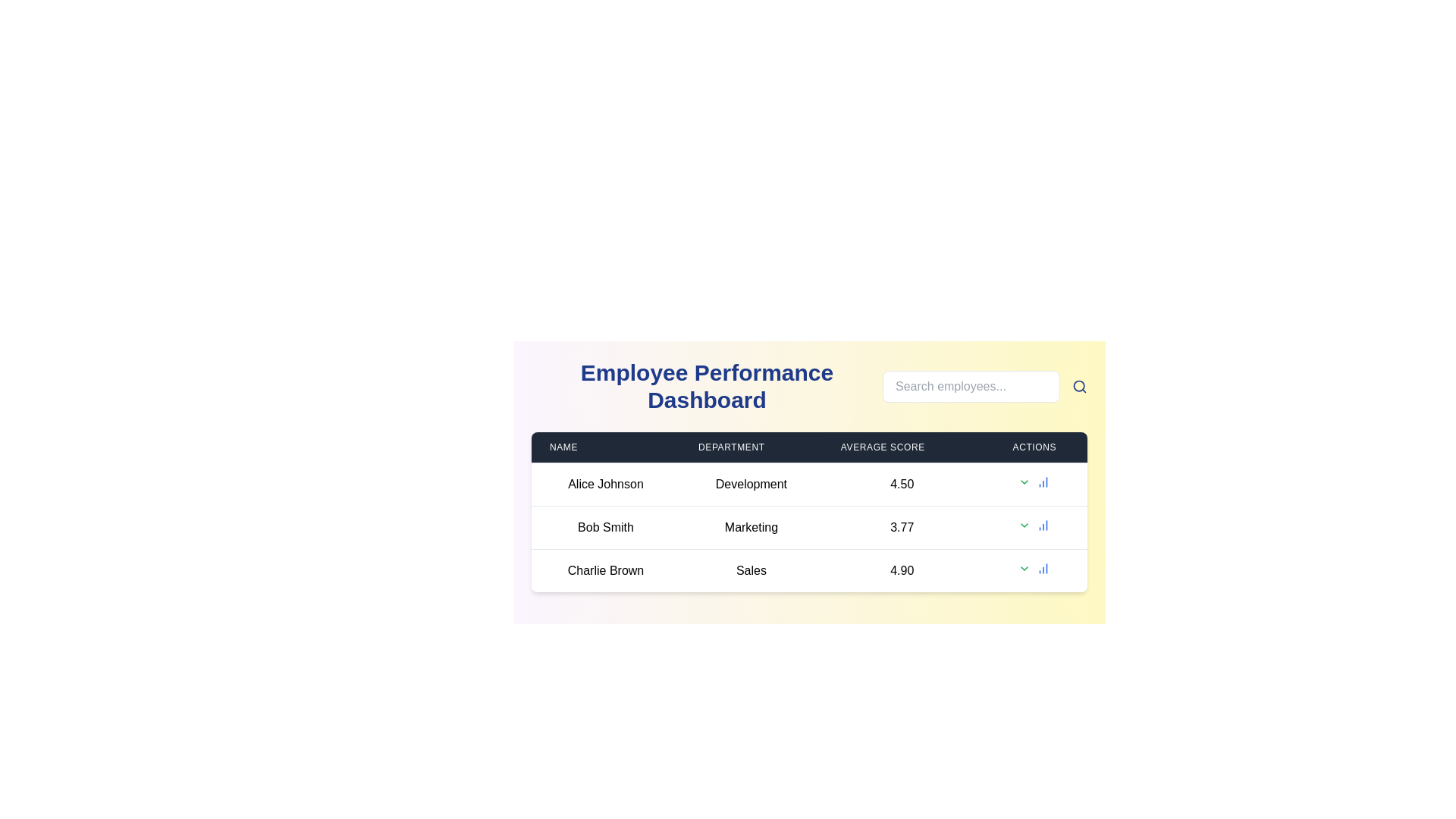 Image resolution: width=1456 pixels, height=819 pixels. What do you see at coordinates (1079, 385) in the screenshot?
I see `the search icon located on the right side of the 'Search employees...' text input field to initiate the search function` at bounding box center [1079, 385].